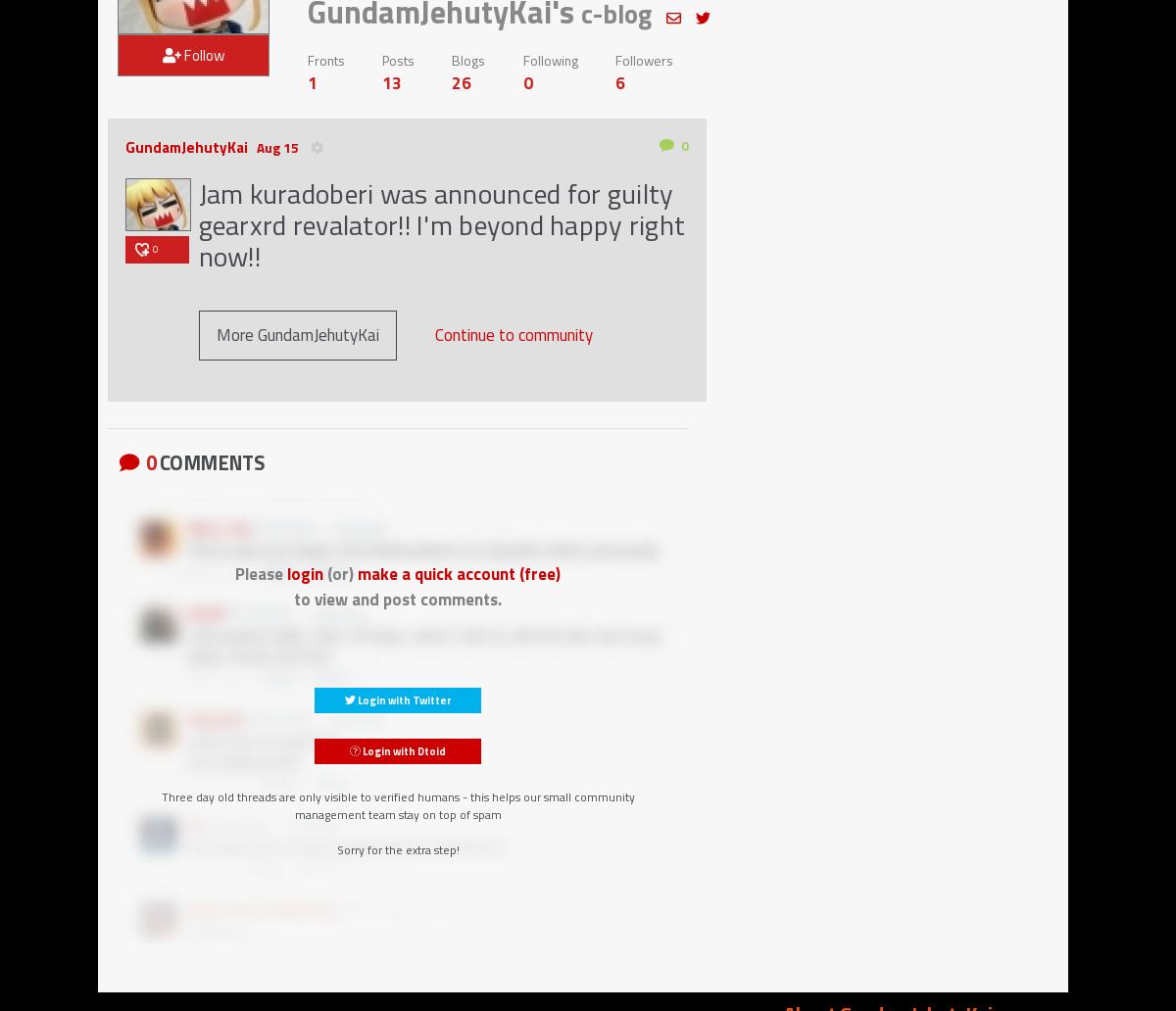 The height and width of the screenshot is (1011, 1176). Describe the element at coordinates (260, 573) in the screenshot. I see `'Please'` at that location.